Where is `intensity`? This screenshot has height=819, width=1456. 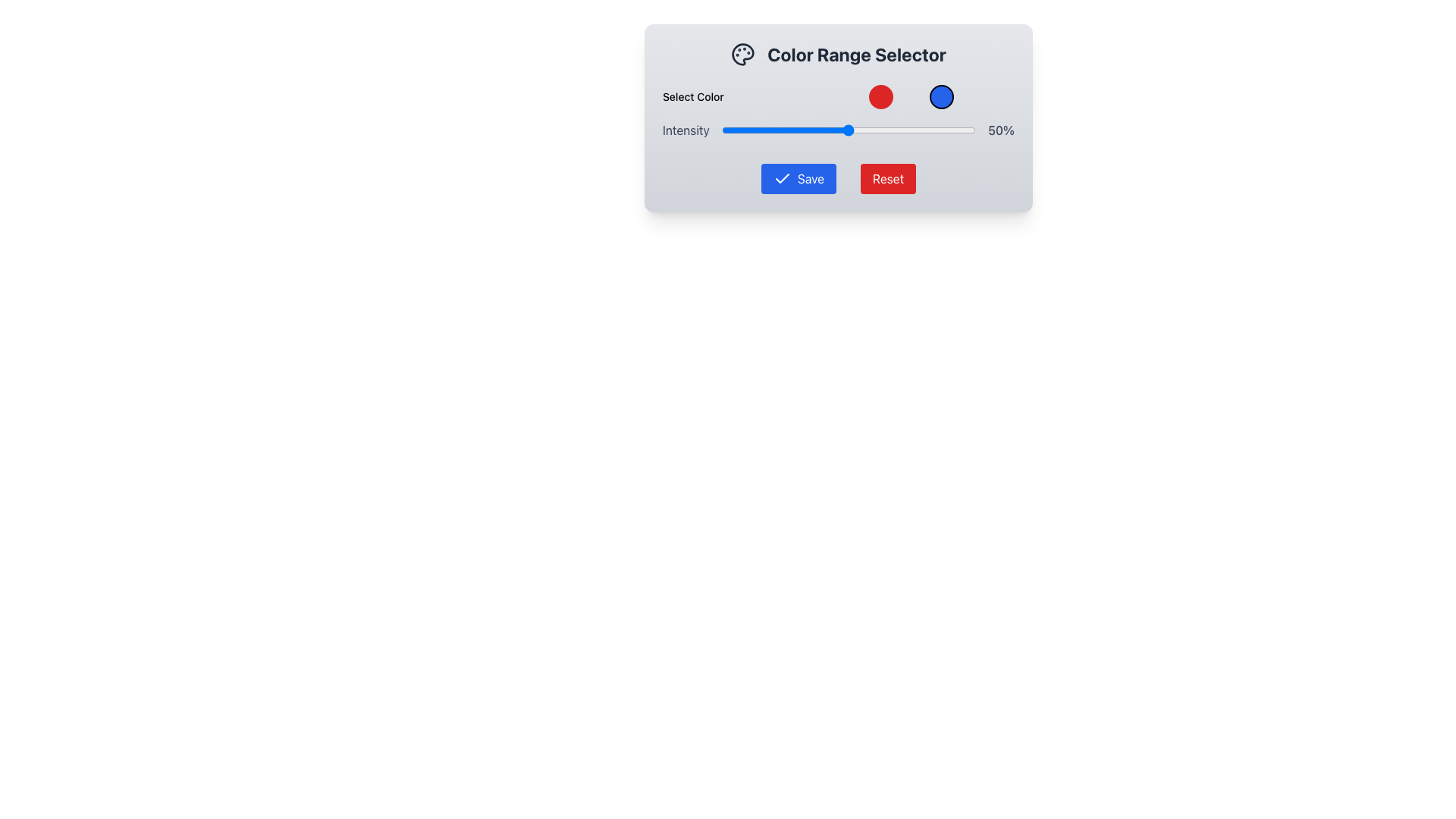 intensity is located at coordinates (949, 130).